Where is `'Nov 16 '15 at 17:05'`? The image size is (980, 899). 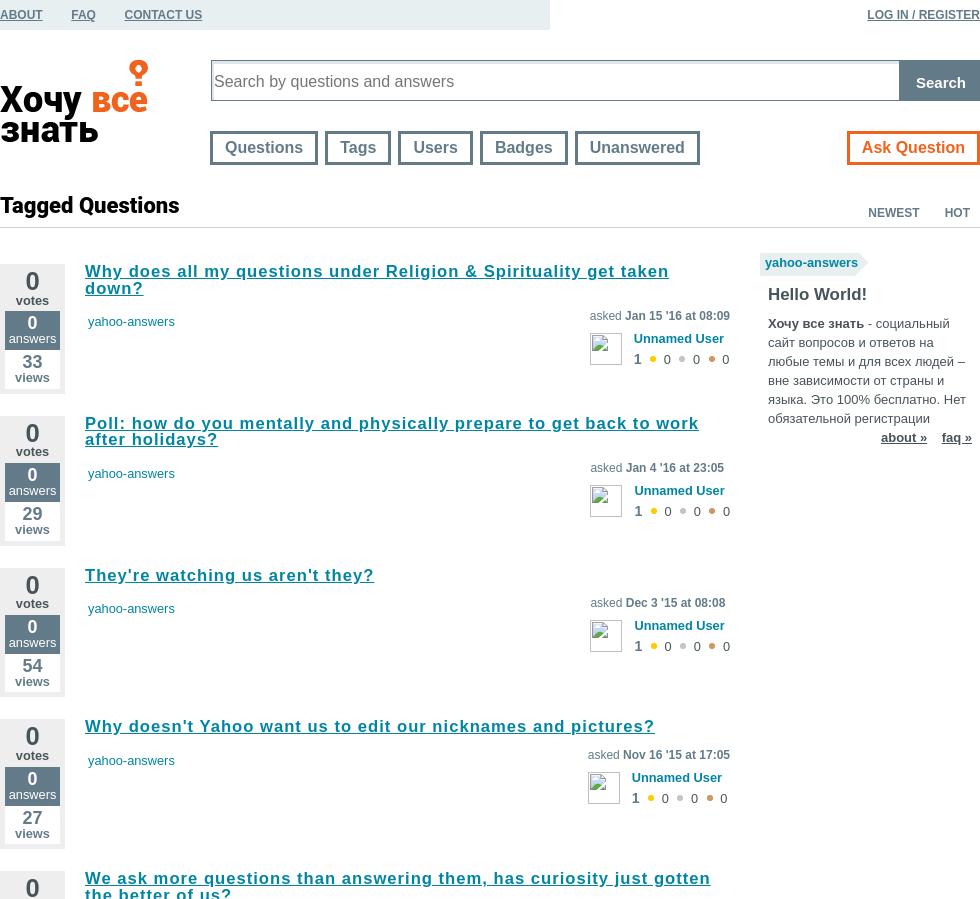
'Nov 16 '15 at 17:05' is located at coordinates (676, 754).